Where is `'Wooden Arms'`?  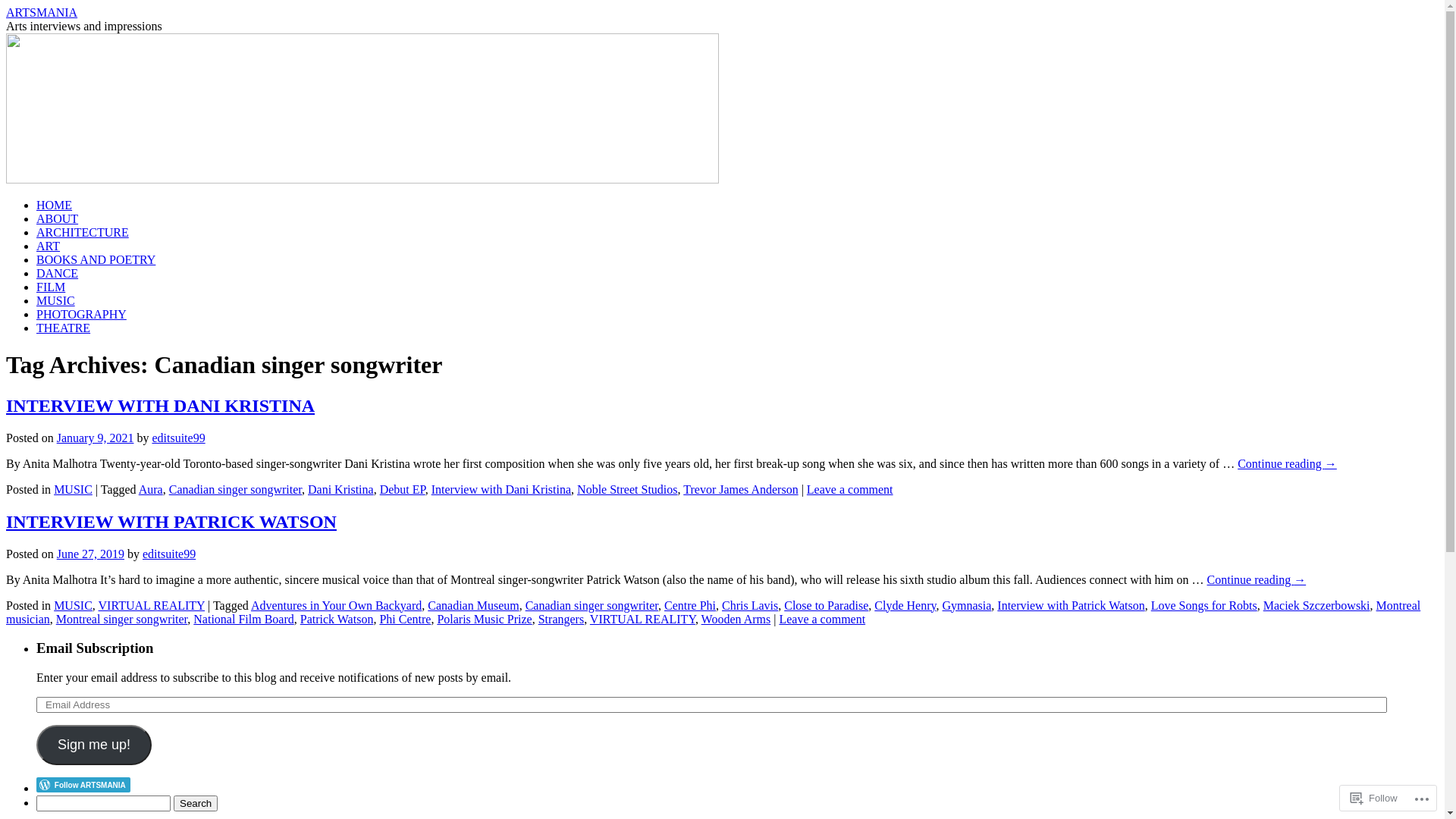
'Wooden Arms' is located at coordinates (736, 619).